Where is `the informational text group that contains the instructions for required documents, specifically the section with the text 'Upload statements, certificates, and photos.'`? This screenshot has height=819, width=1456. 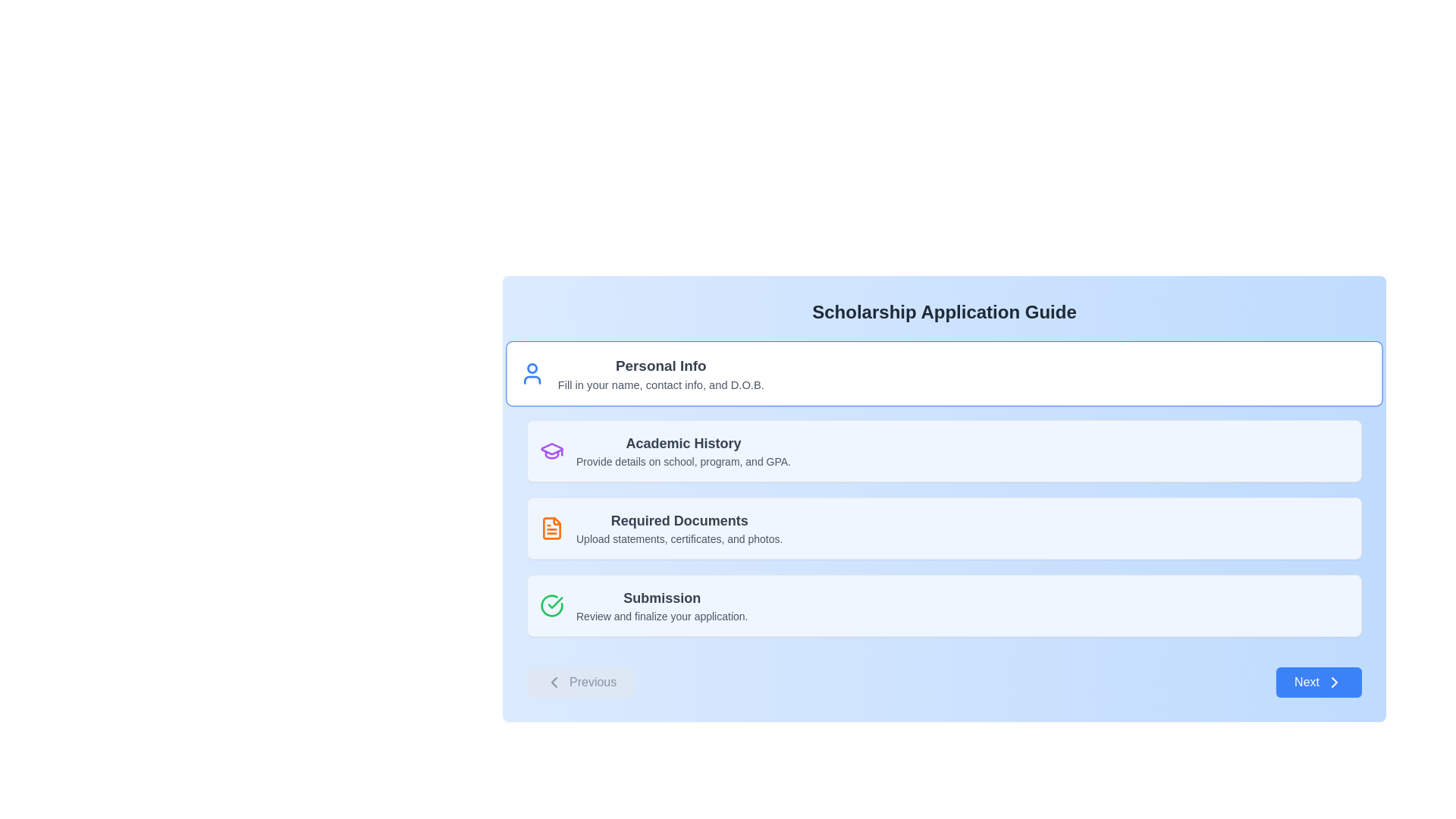
the informational text group that contains the instructions for required documents, specifically the section with the text 'Upload statements, certificates, and photos.' is located at coordinates (679, 528).